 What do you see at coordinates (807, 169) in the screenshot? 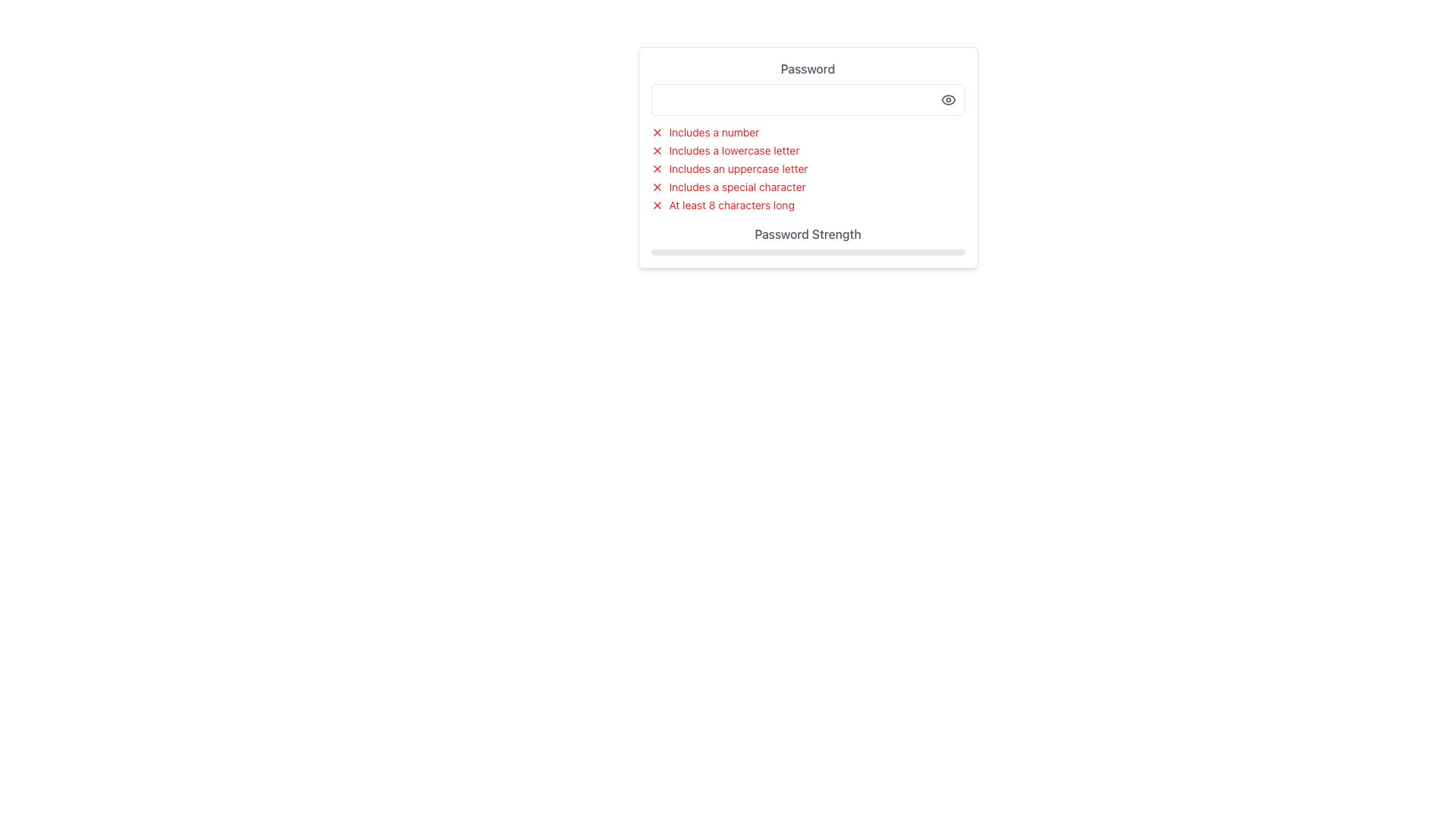
I see `the informative list displaying password requirements, which is located below the 'Password' input field and above the 'Password Strength' indicator` at bounding box center [807, 169].